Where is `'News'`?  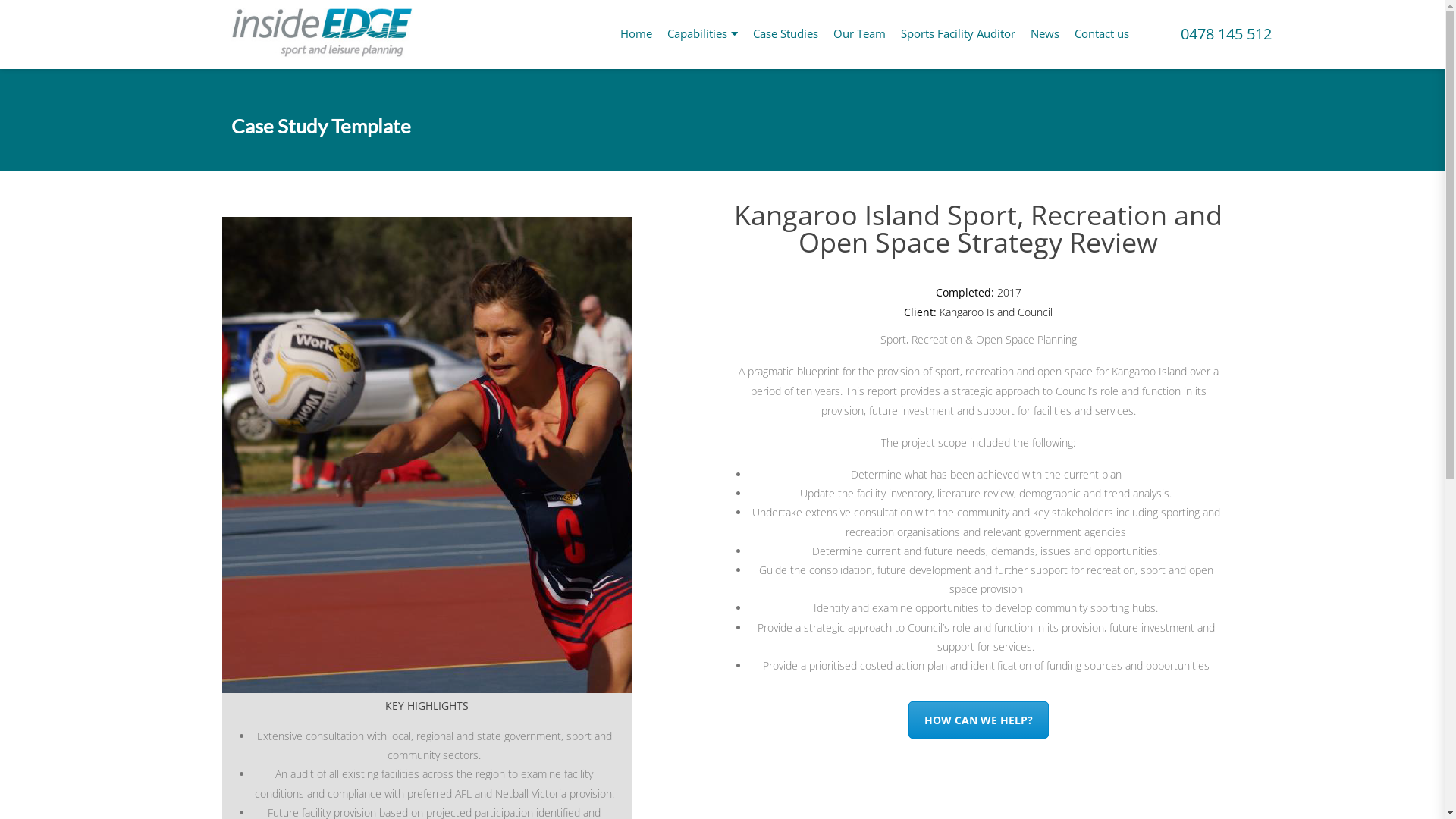 'News' is located at coordinates (1043, 33).